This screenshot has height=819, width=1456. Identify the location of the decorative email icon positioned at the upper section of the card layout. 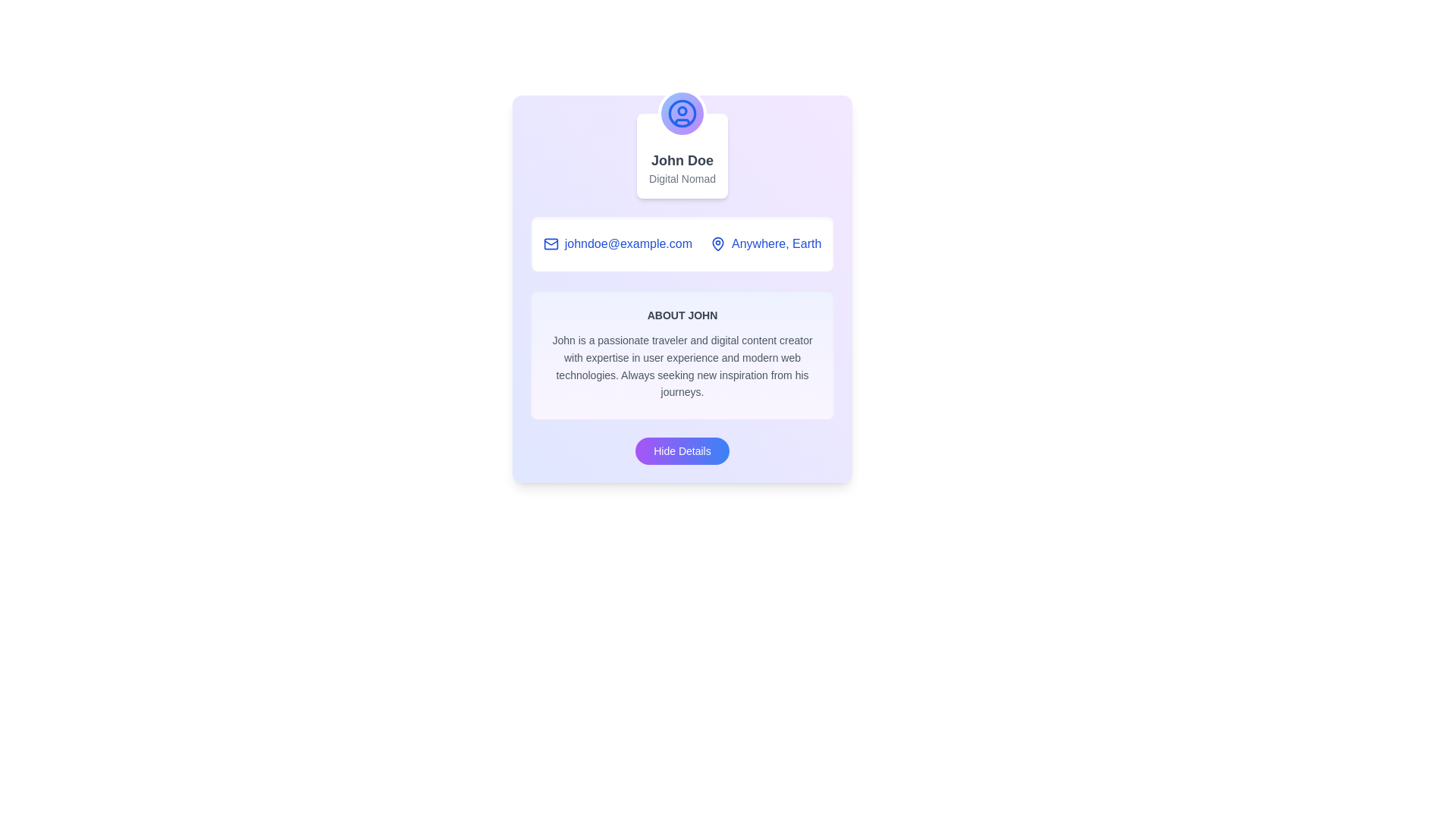
(550, 243).